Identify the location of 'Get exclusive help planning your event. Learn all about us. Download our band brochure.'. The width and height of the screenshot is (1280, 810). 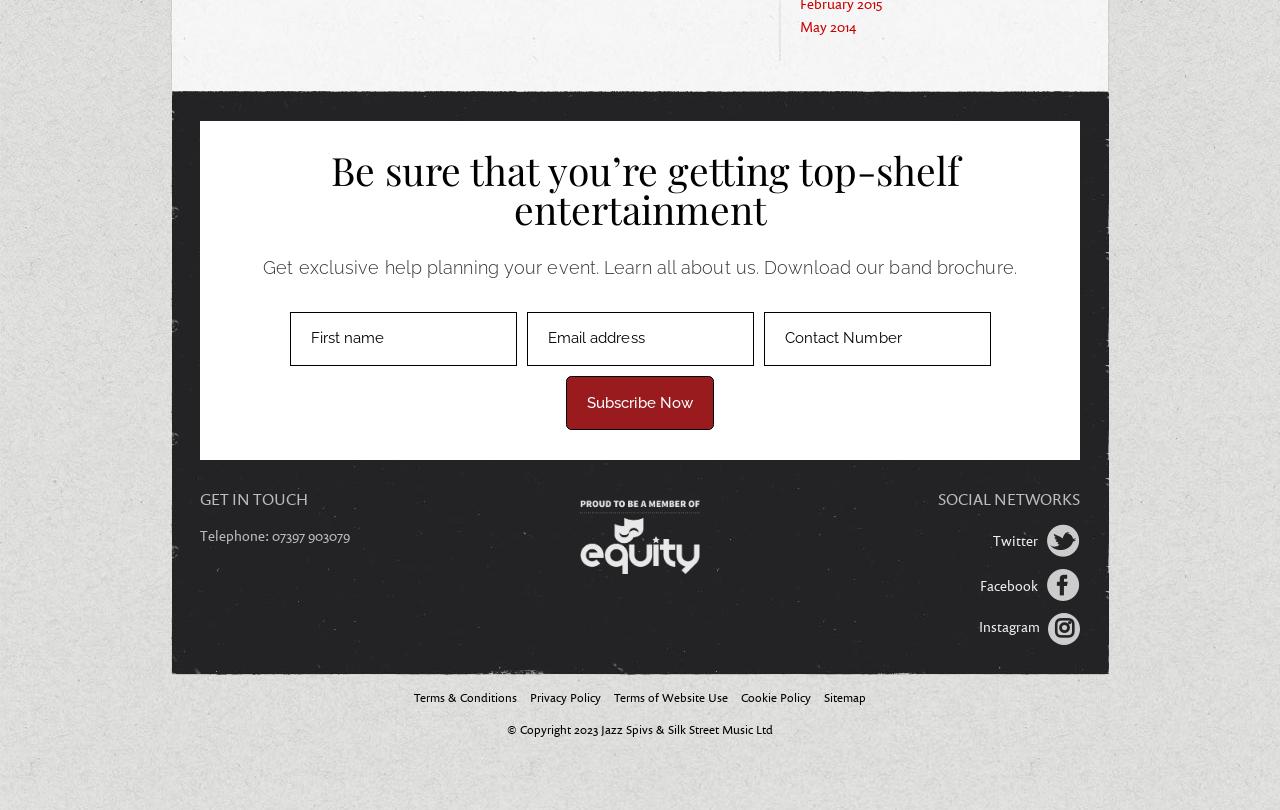
(638, 265).